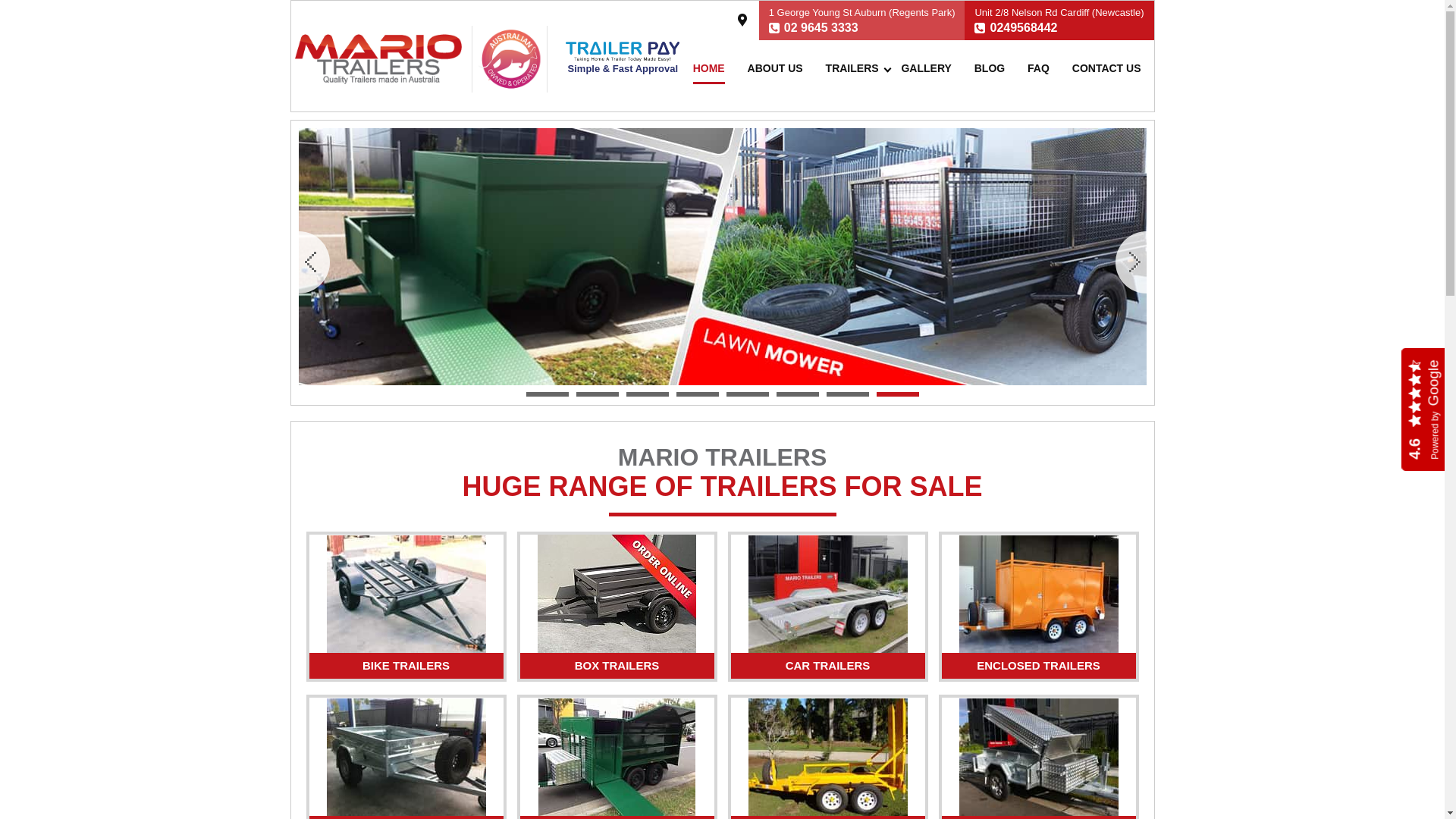  Describe the element at coordinates (847, 394) in the screenshot. I see `'7'` at that location.